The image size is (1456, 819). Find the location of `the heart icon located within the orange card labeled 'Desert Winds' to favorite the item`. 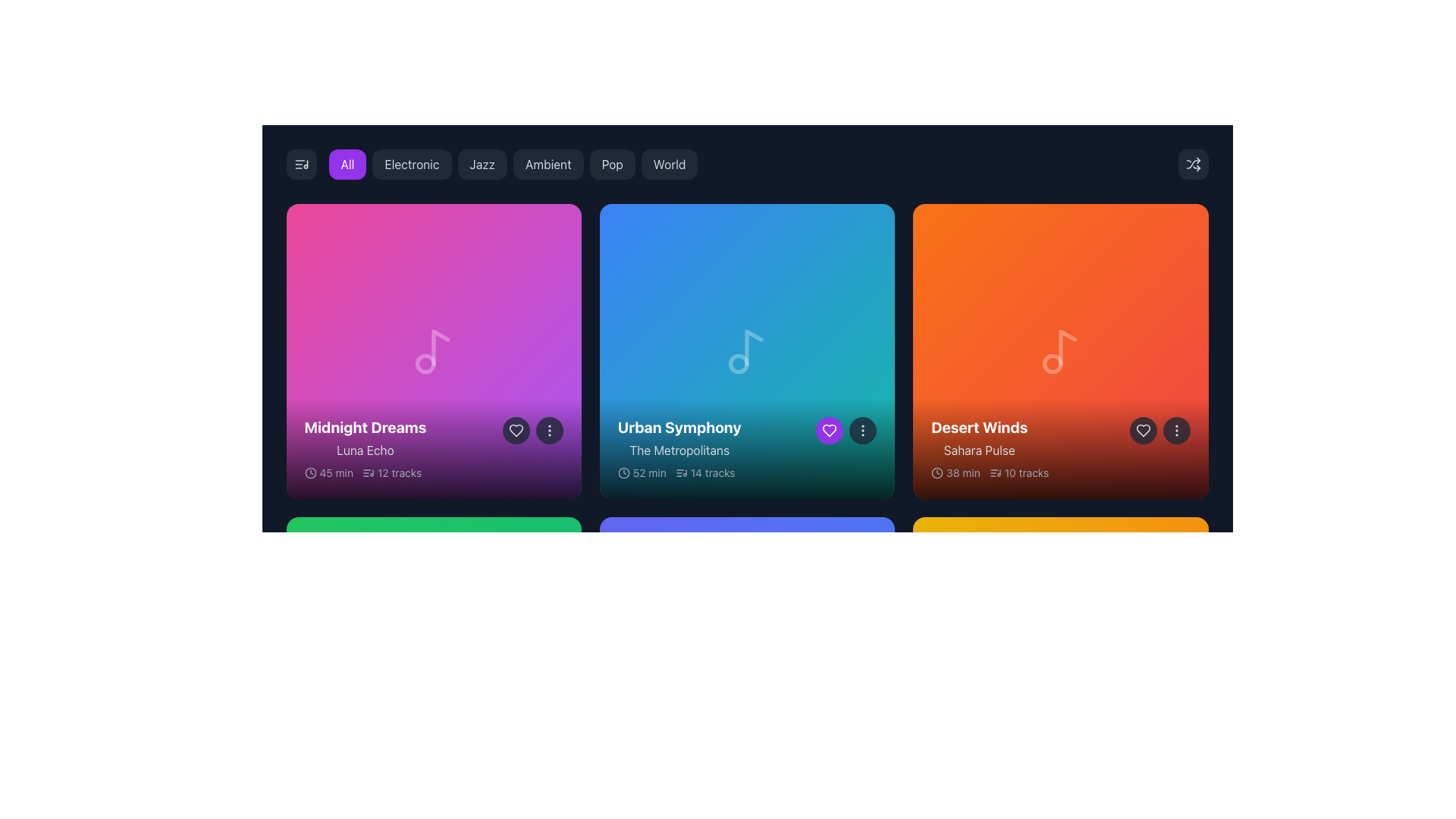

the heart icon located within the orange card labeled 'Desert Winds' to favorite the item is located at coordinates (1159, 431).